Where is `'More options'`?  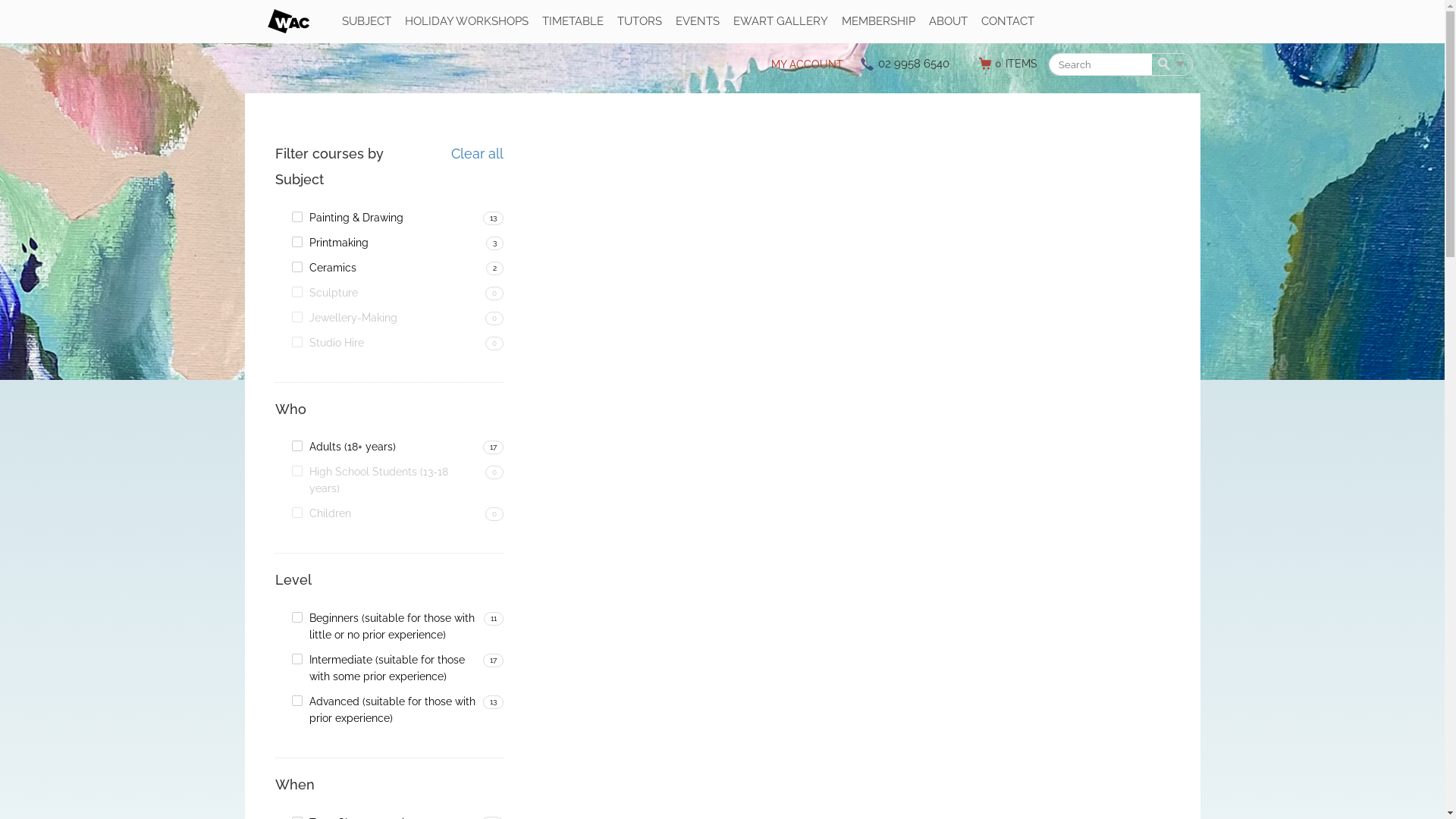 'More options' is located at coordinates (1178, 63).